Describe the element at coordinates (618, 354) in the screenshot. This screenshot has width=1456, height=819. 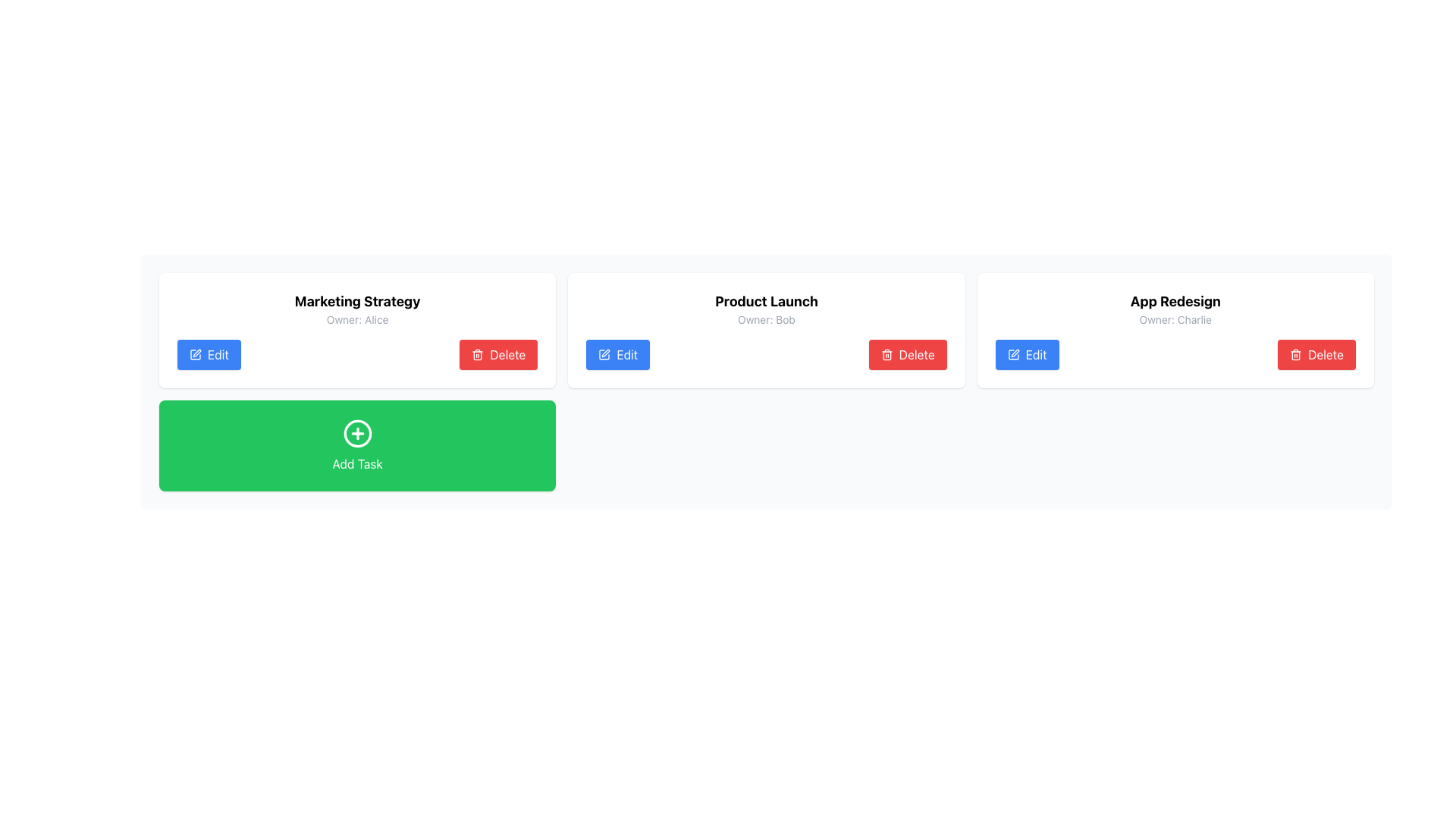
I see `the blue 'Edit' button with a pen icon to initiate editing` at that location.